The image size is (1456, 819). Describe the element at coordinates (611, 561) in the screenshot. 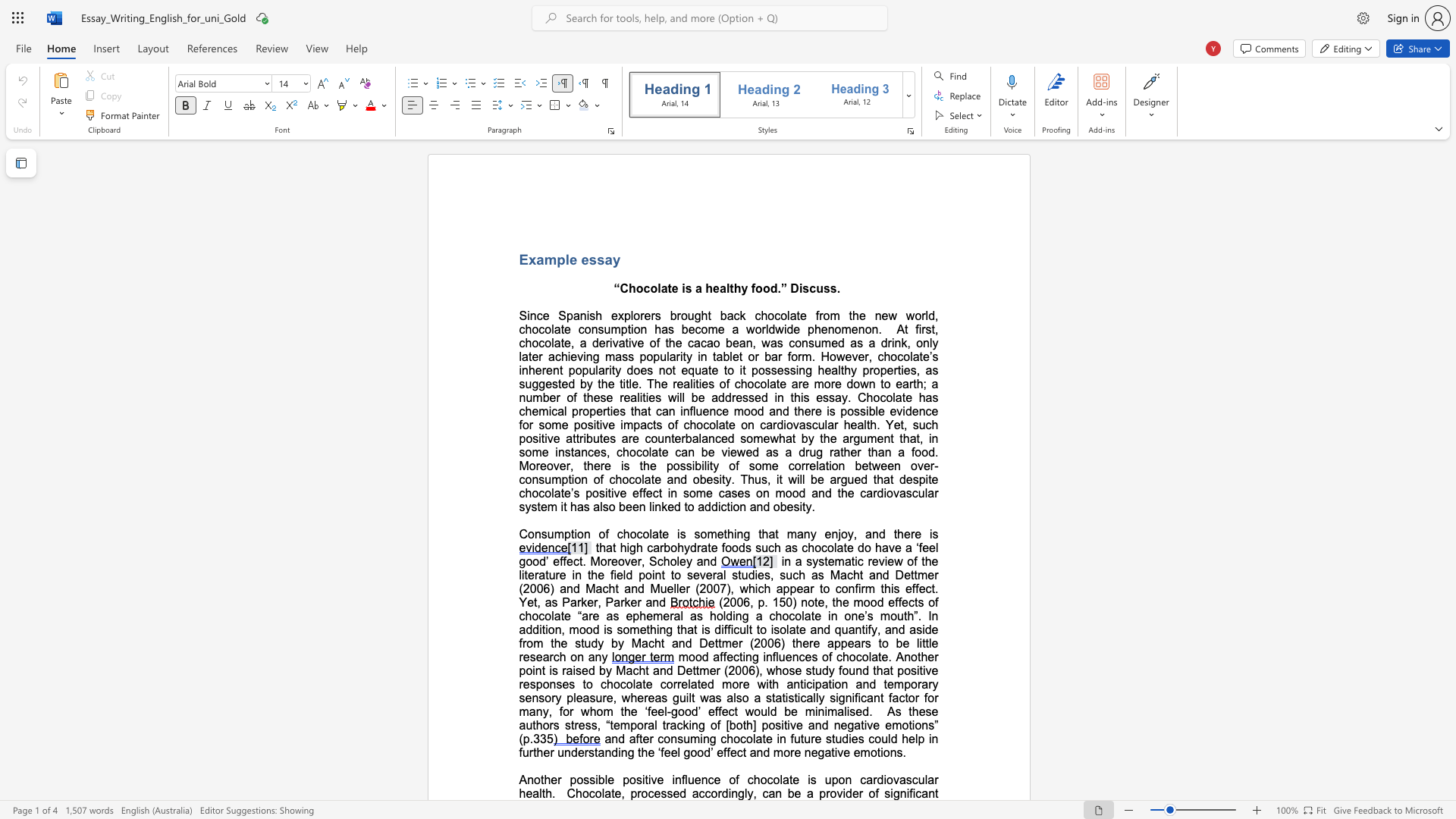

I see `the subset text "eove" within the text "that high carbohydrate foods such as chocolate do have a ‘feel good’ effect. Moreover, Scholey and"` at that location.